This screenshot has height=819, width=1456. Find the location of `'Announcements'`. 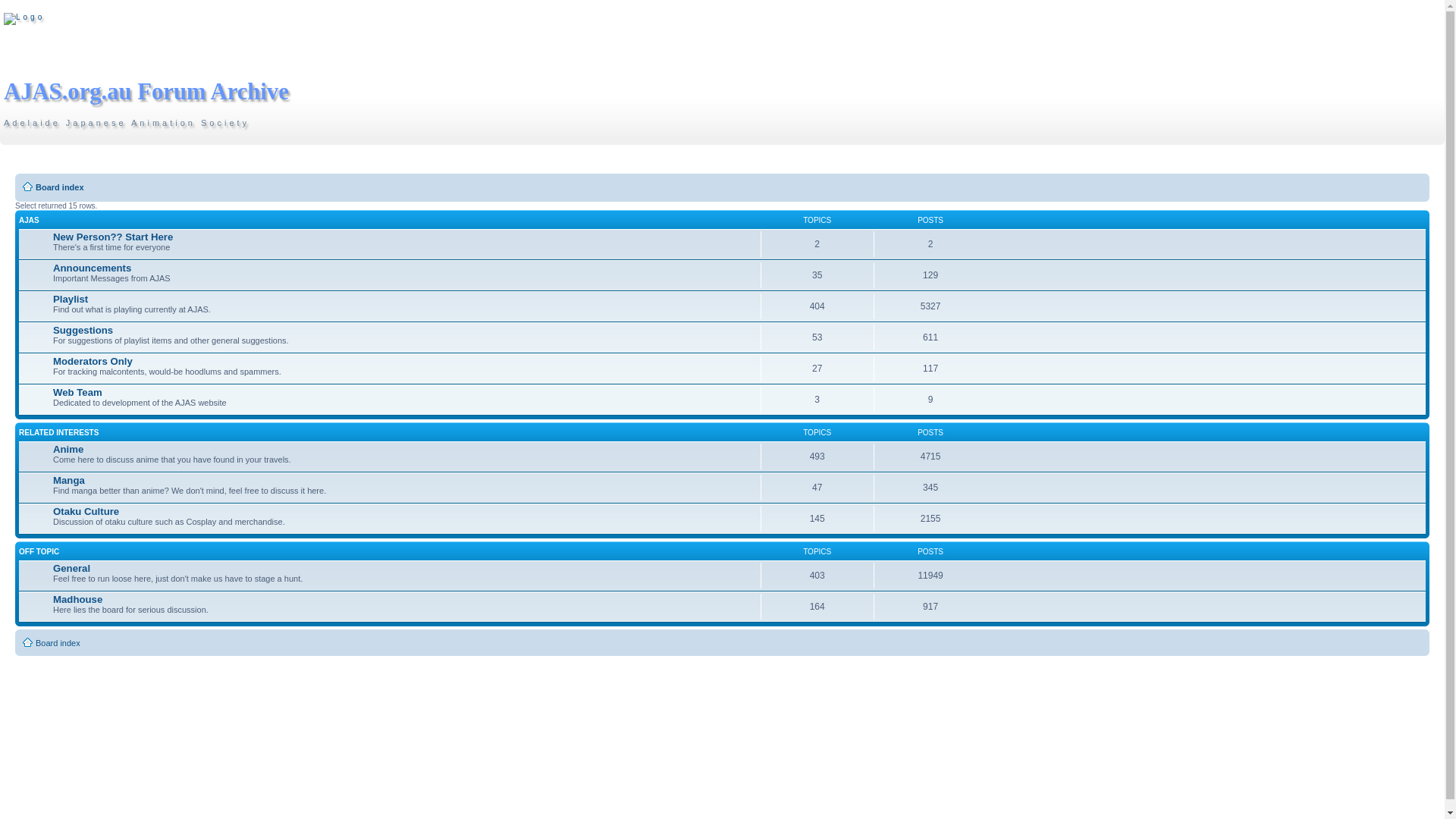

'Announcements' is located at coordinates (91, 267).